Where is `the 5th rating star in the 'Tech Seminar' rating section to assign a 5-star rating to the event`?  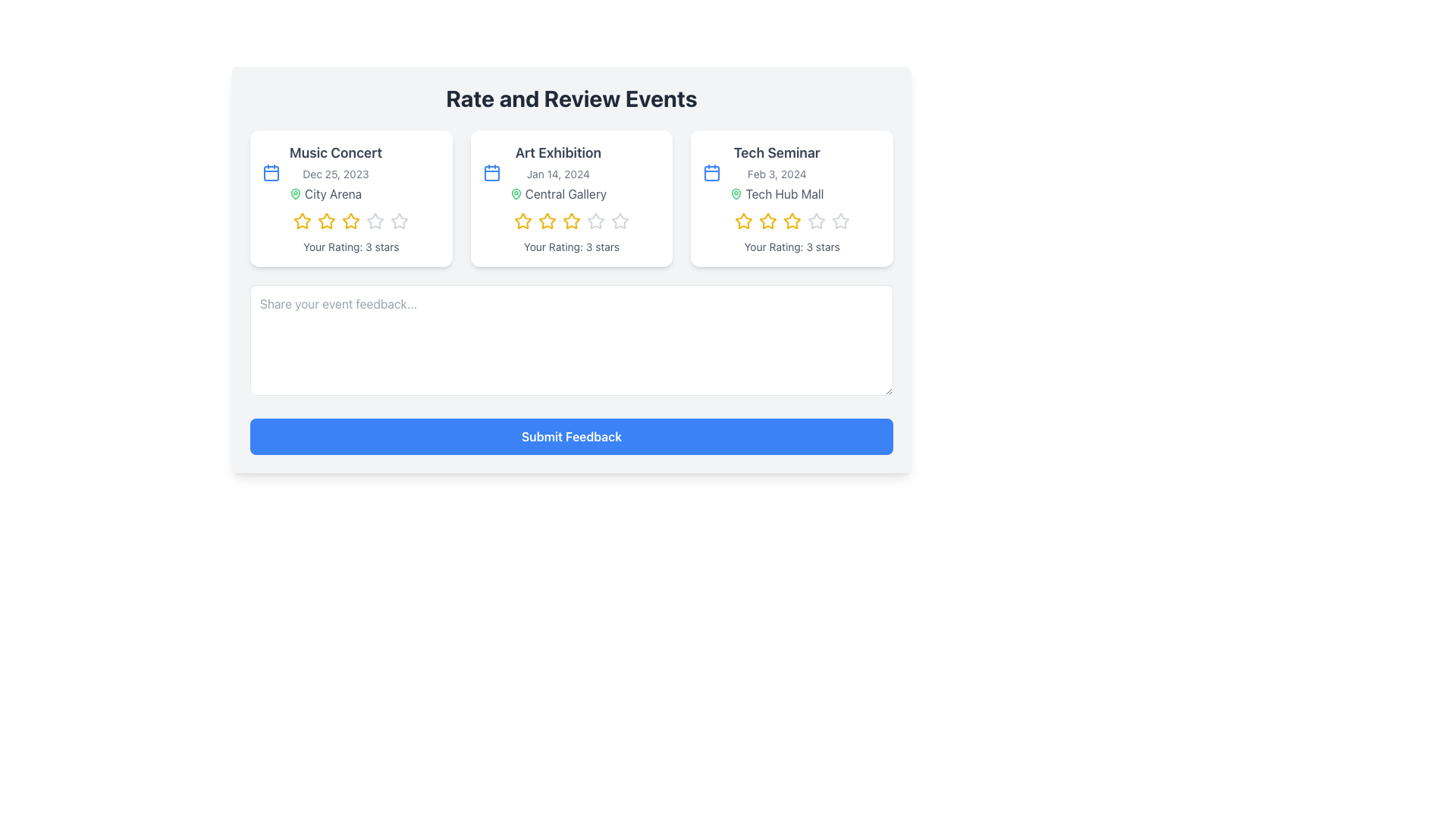
the 5th rating star in the 'Tech Seminar' rating section to assign a 5-star rating to the event is located at coordinates (839, 221).